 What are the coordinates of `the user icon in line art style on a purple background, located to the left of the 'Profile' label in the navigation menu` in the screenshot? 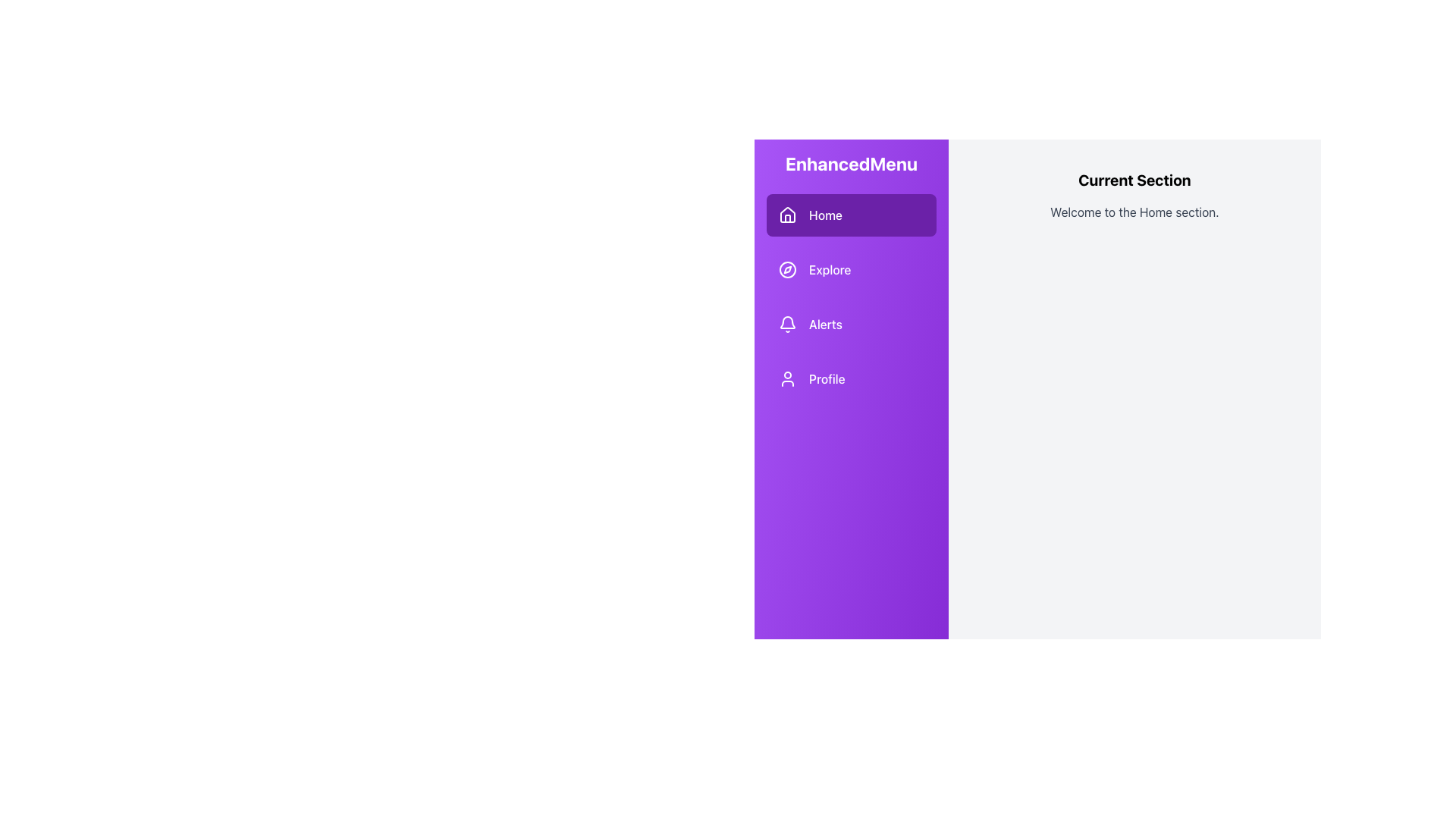 It's located at (787, 378).